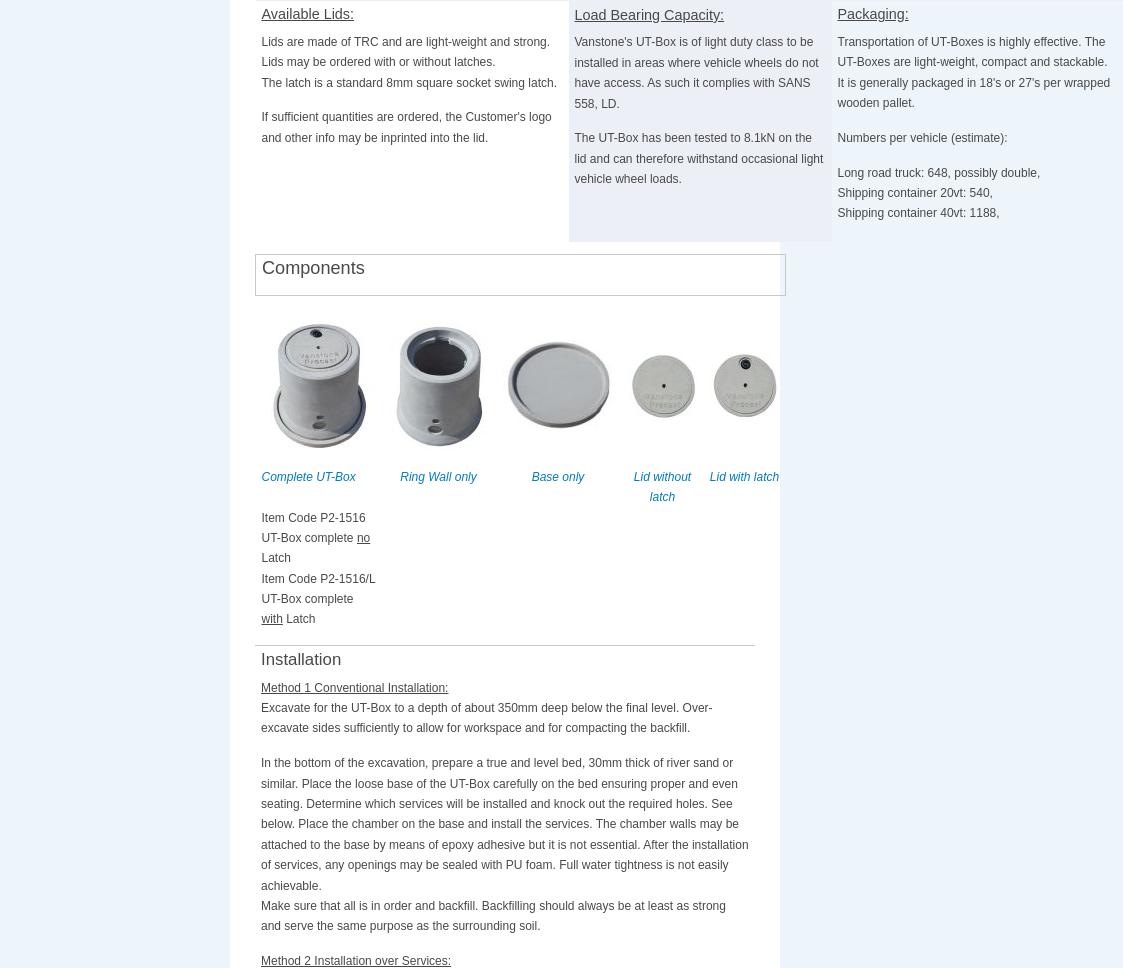  I want to click on 'Shipping container 20vt: 540,', so click(913, 193).